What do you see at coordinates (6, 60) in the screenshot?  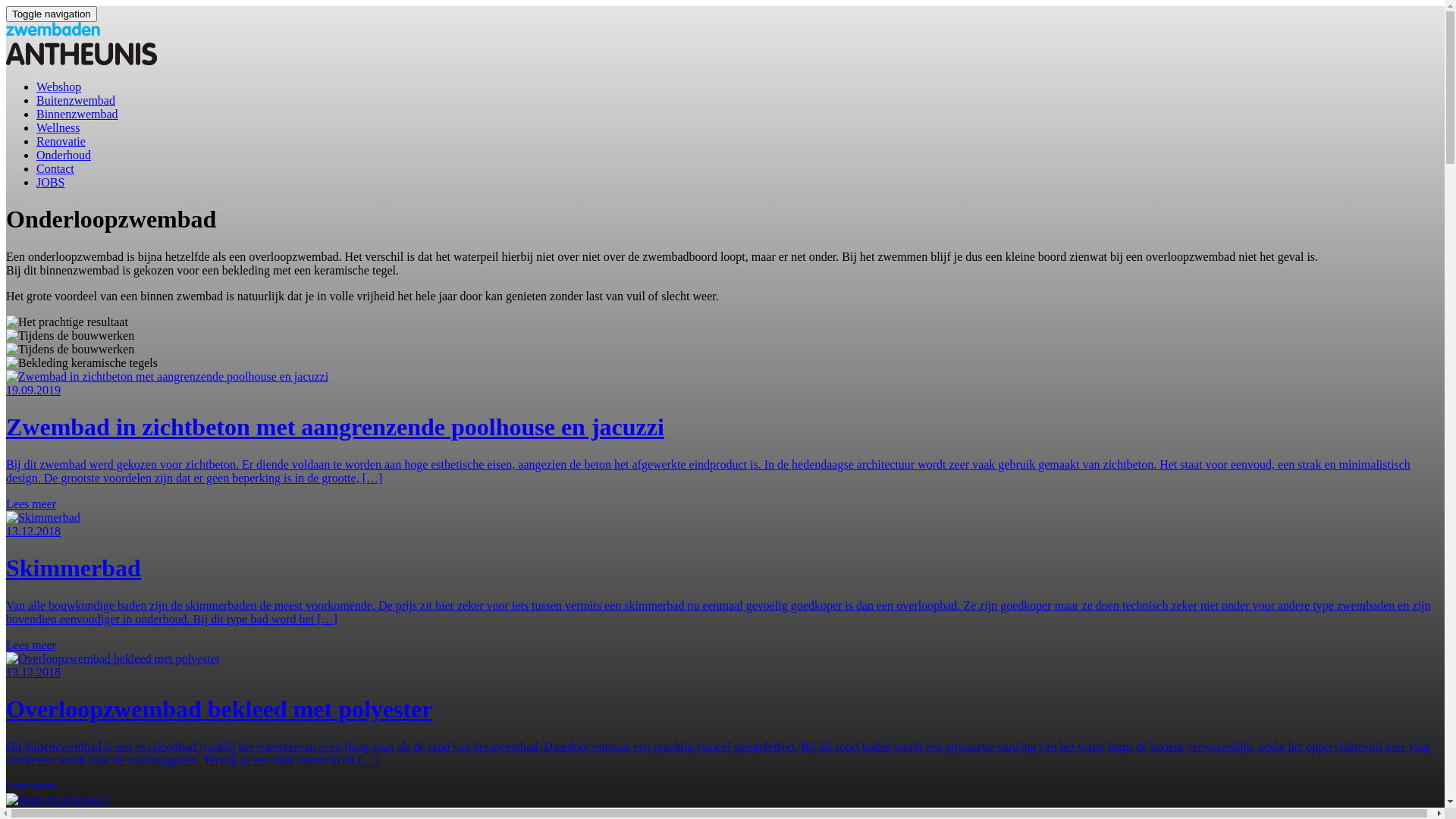 I see `'Homepage'` at bounding box center [6, 60].